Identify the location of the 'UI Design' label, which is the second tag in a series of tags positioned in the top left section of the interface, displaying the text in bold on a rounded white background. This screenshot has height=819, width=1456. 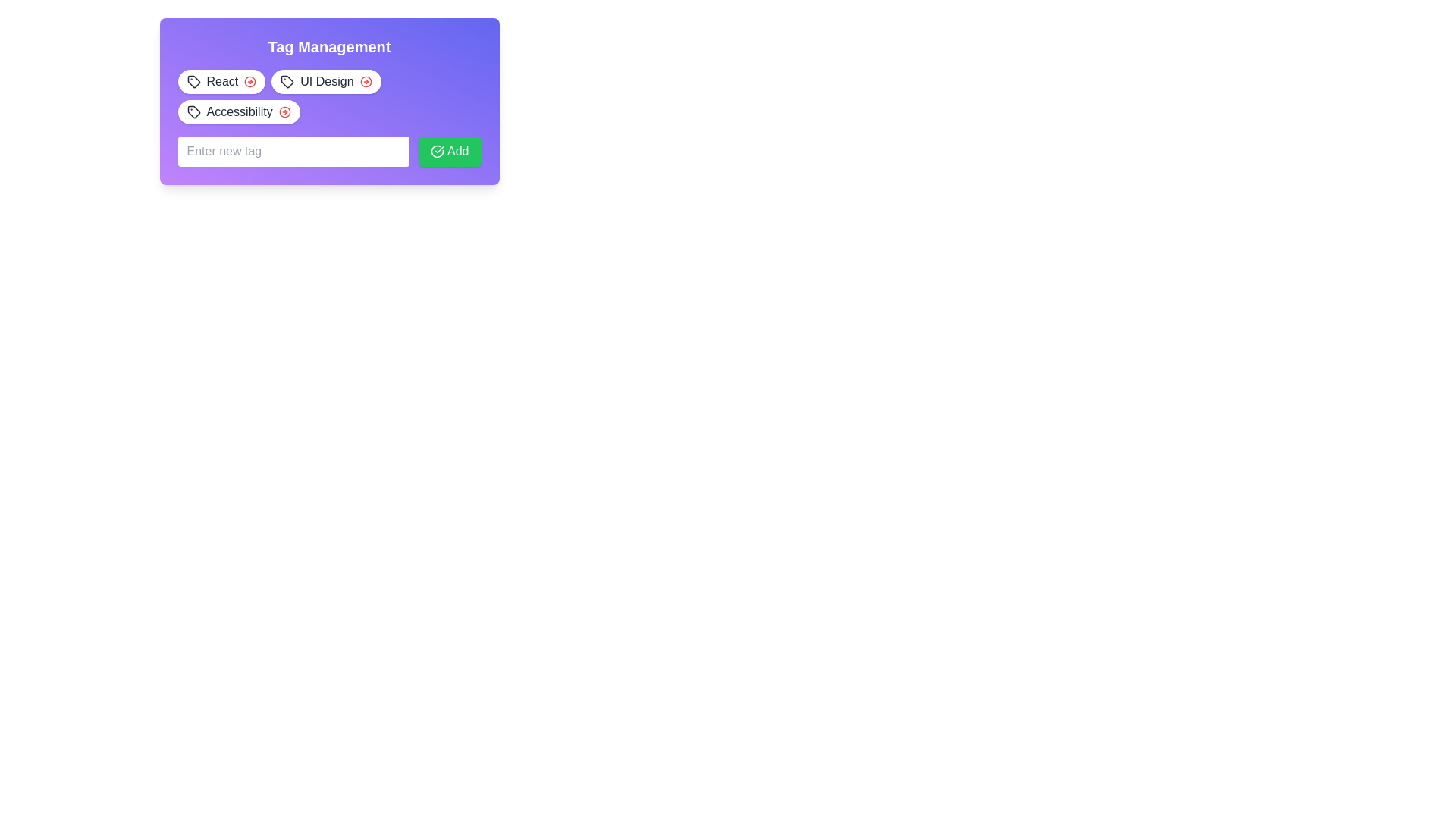
(326, 82).